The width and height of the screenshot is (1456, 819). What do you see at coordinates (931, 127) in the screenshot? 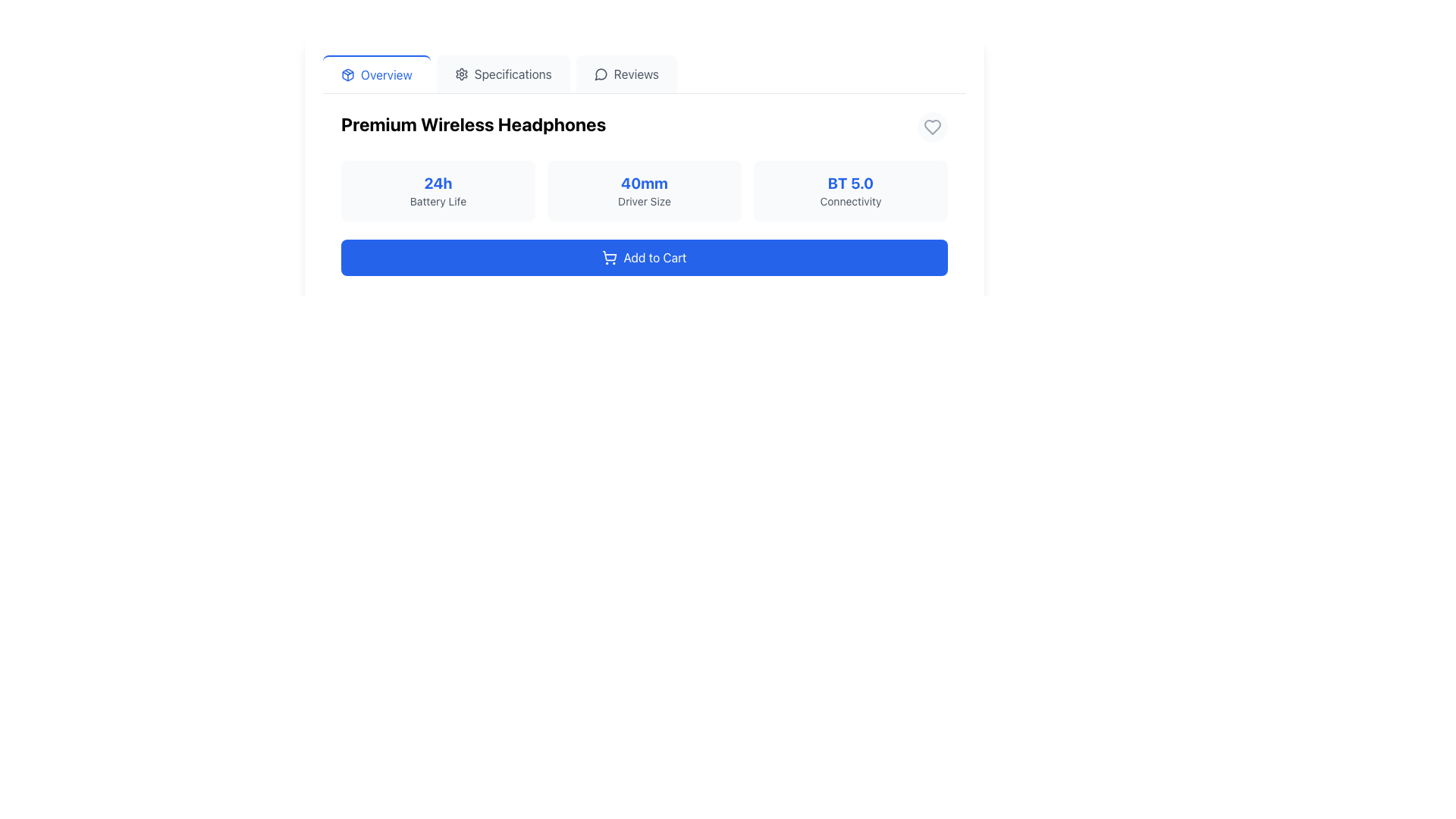
I see `the heart-shaped favorite button located in the top right area of the interface to mark the item as a favorite` at bounding box center [931, 127].